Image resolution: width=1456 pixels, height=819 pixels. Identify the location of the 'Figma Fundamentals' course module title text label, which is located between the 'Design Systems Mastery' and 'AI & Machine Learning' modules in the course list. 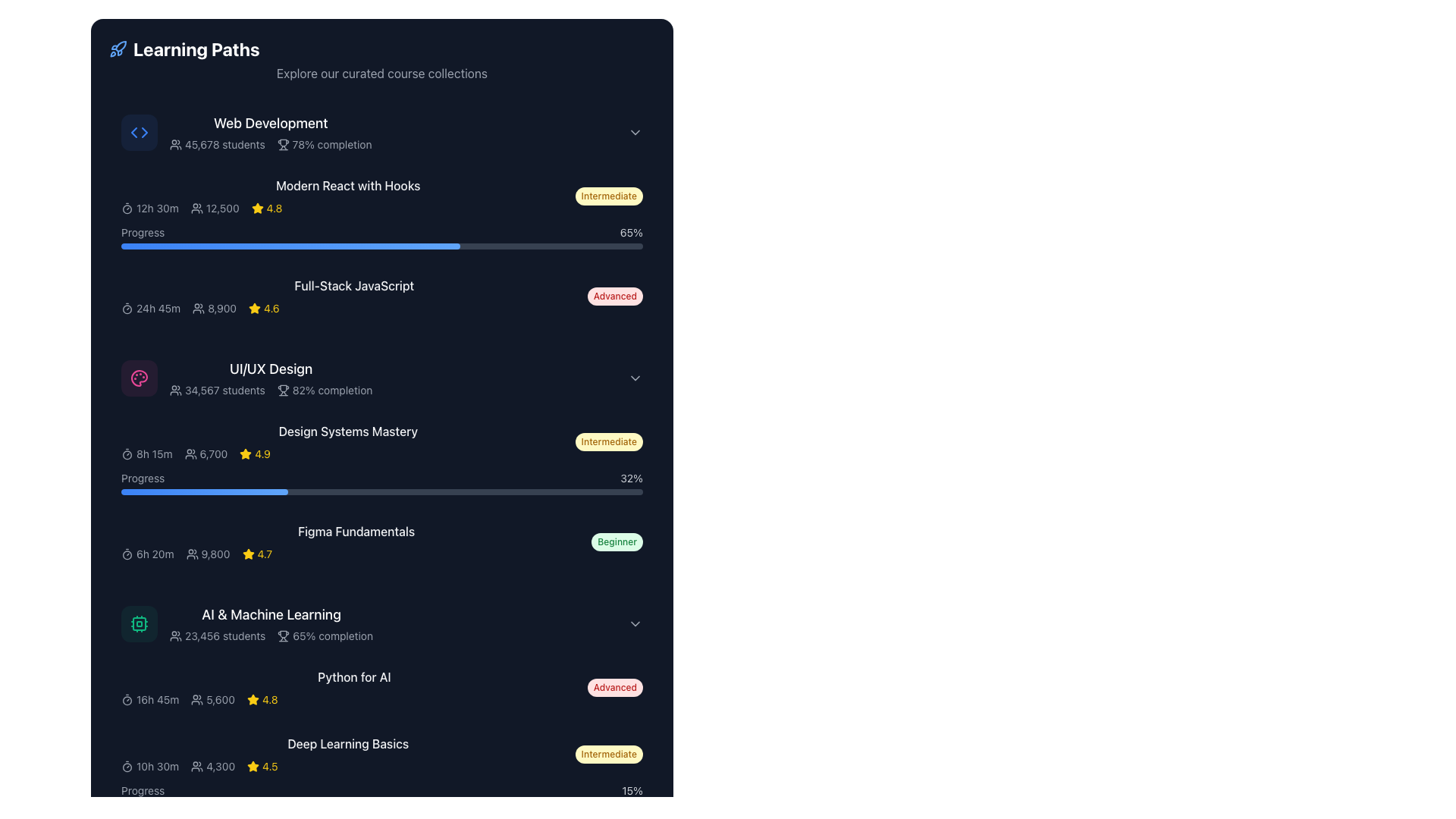
(356, 531).